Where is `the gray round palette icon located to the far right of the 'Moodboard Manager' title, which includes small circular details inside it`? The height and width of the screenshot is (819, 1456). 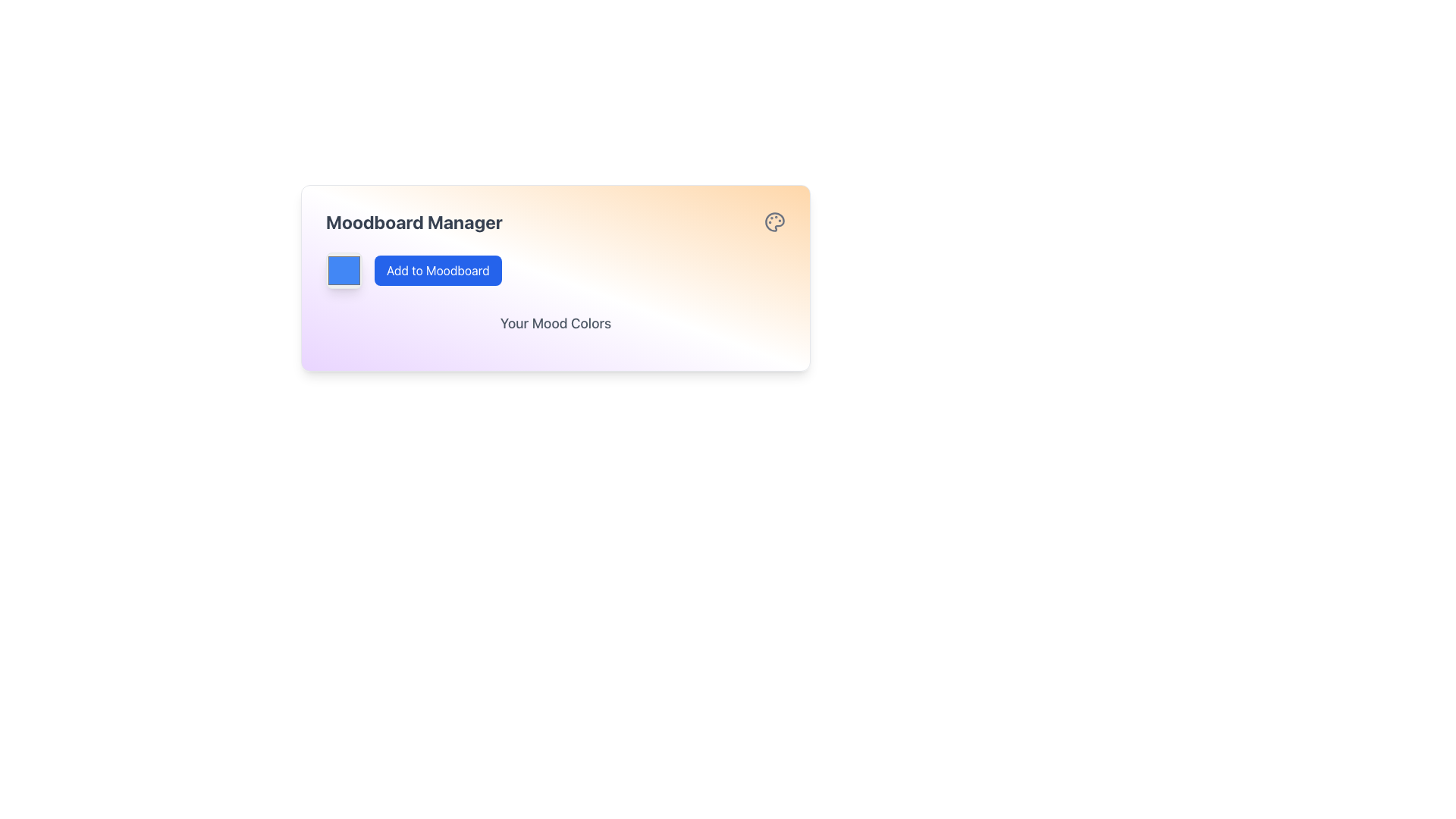 the gray round palette icon located to the far right of the 'Moodboard Manager' title, which includes small circular details inside it is located at coordinates (775, 222).